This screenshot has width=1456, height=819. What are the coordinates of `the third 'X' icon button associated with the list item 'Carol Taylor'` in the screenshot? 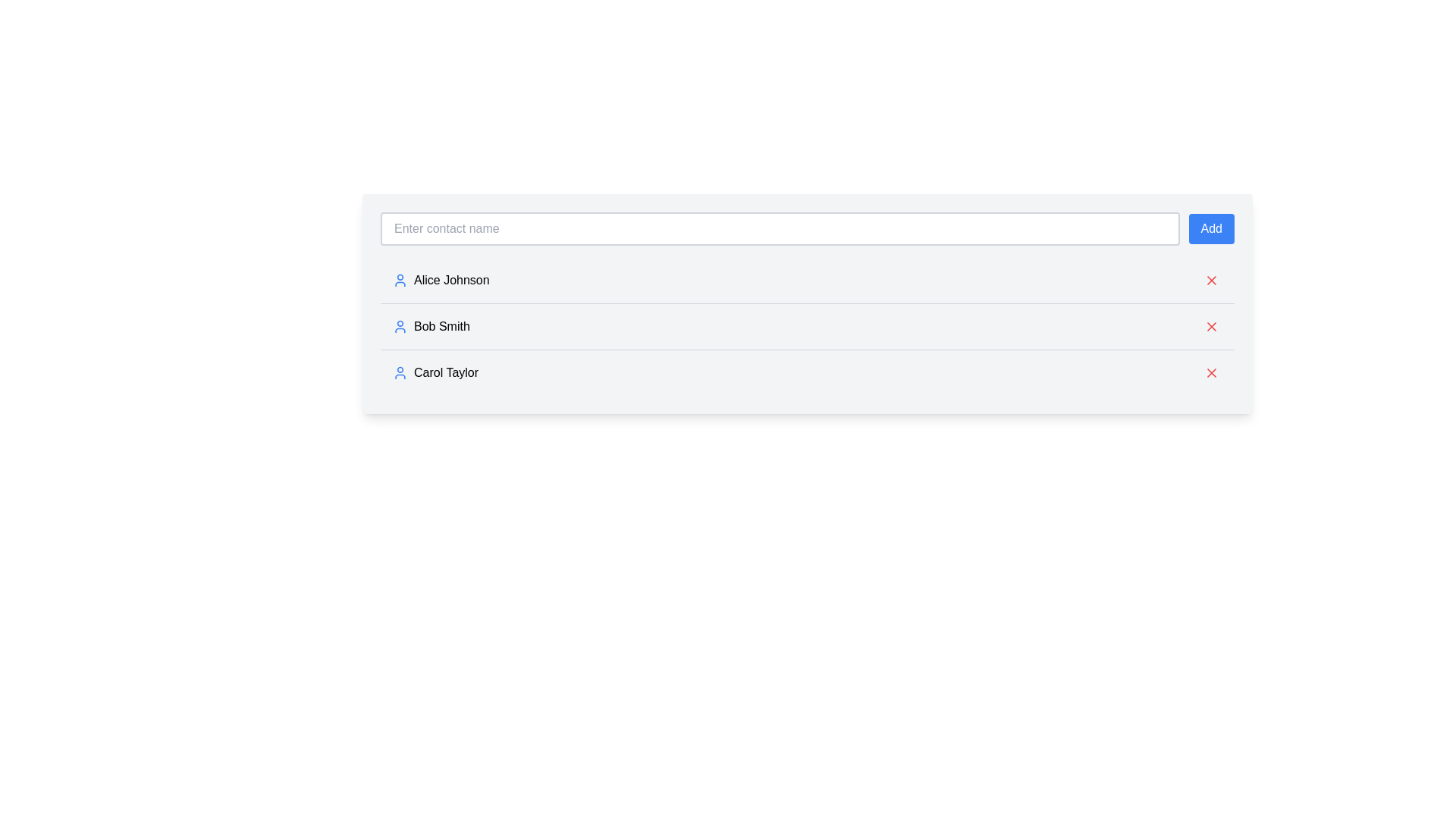 It's located at (1211, 373).